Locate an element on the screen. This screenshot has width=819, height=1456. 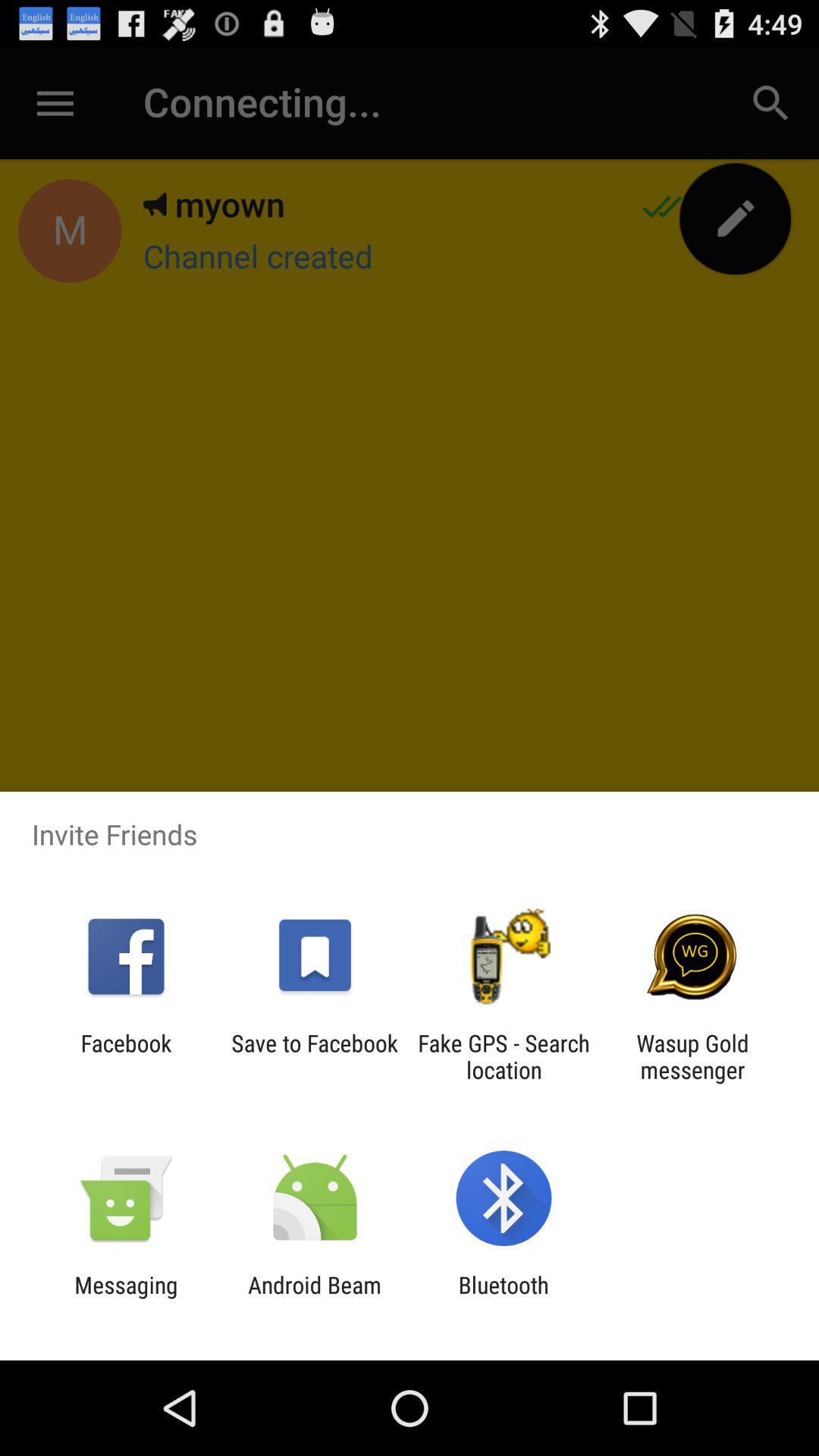
messaging app is located at coordinates (125, 1298).